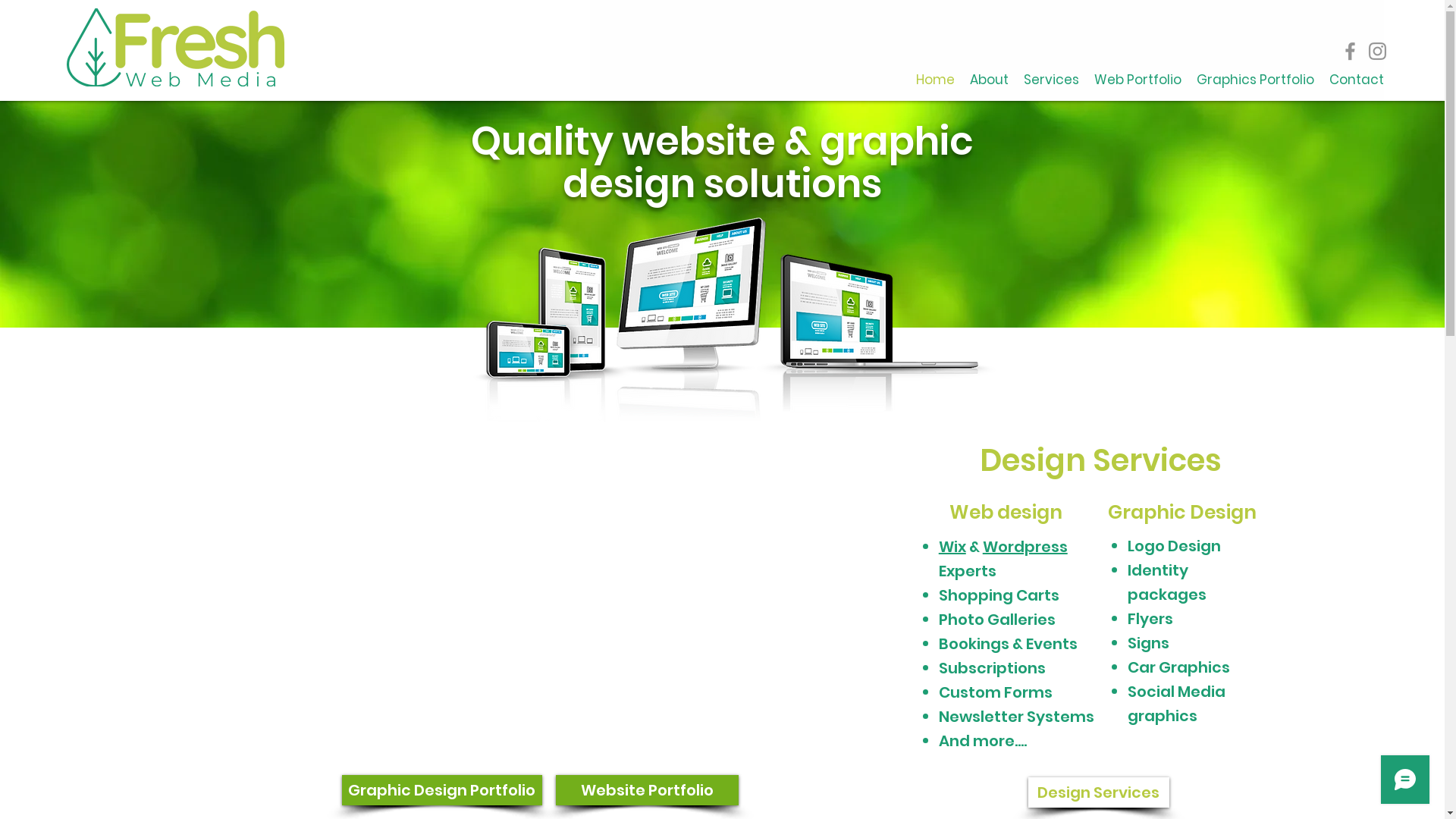  I want to click on 'Graphics Portfolio', so click(1188, 80).